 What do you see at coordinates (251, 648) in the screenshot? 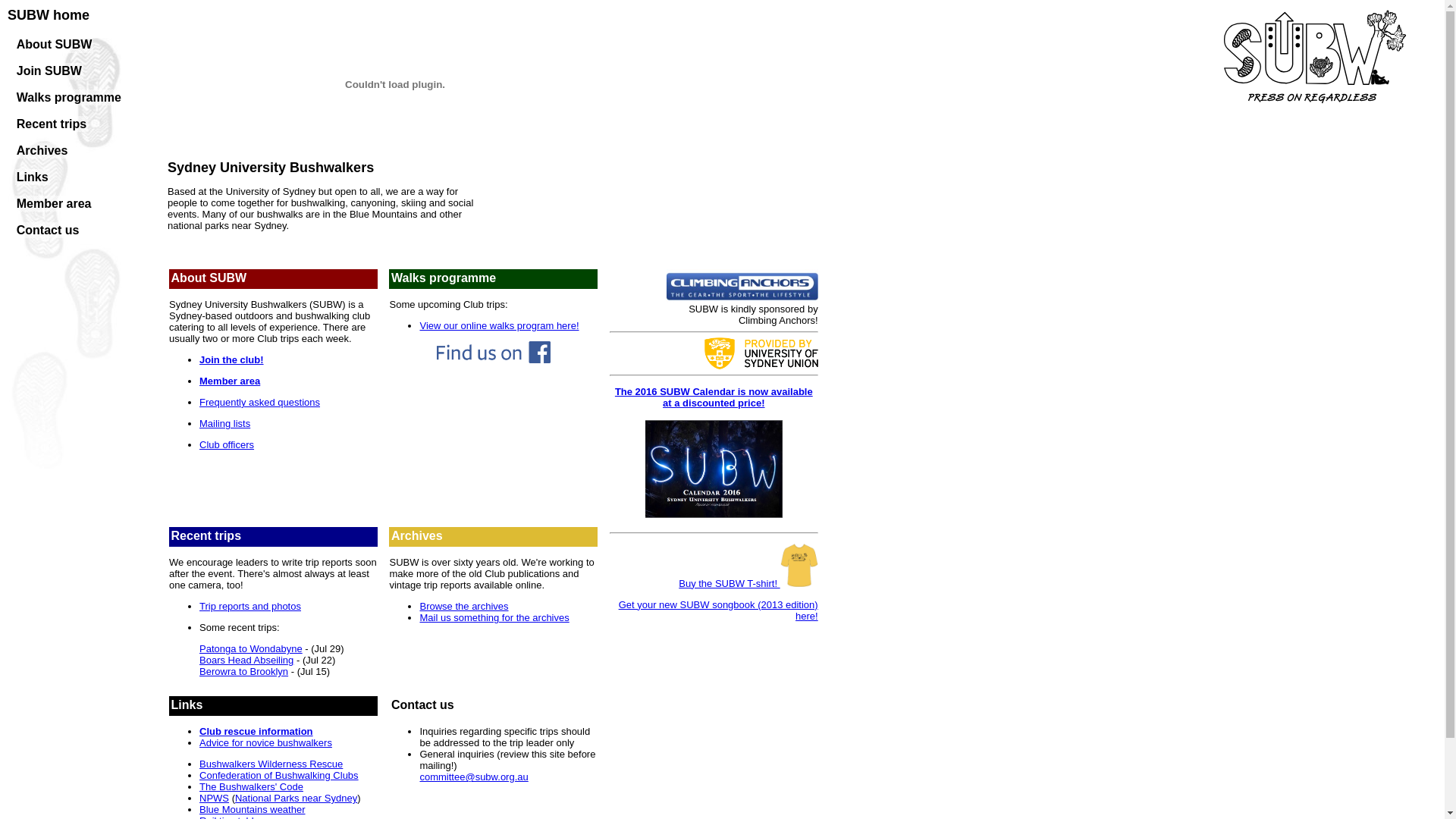
I see `'Patonga to Wondabyne'` at bounding box center [251, 648].